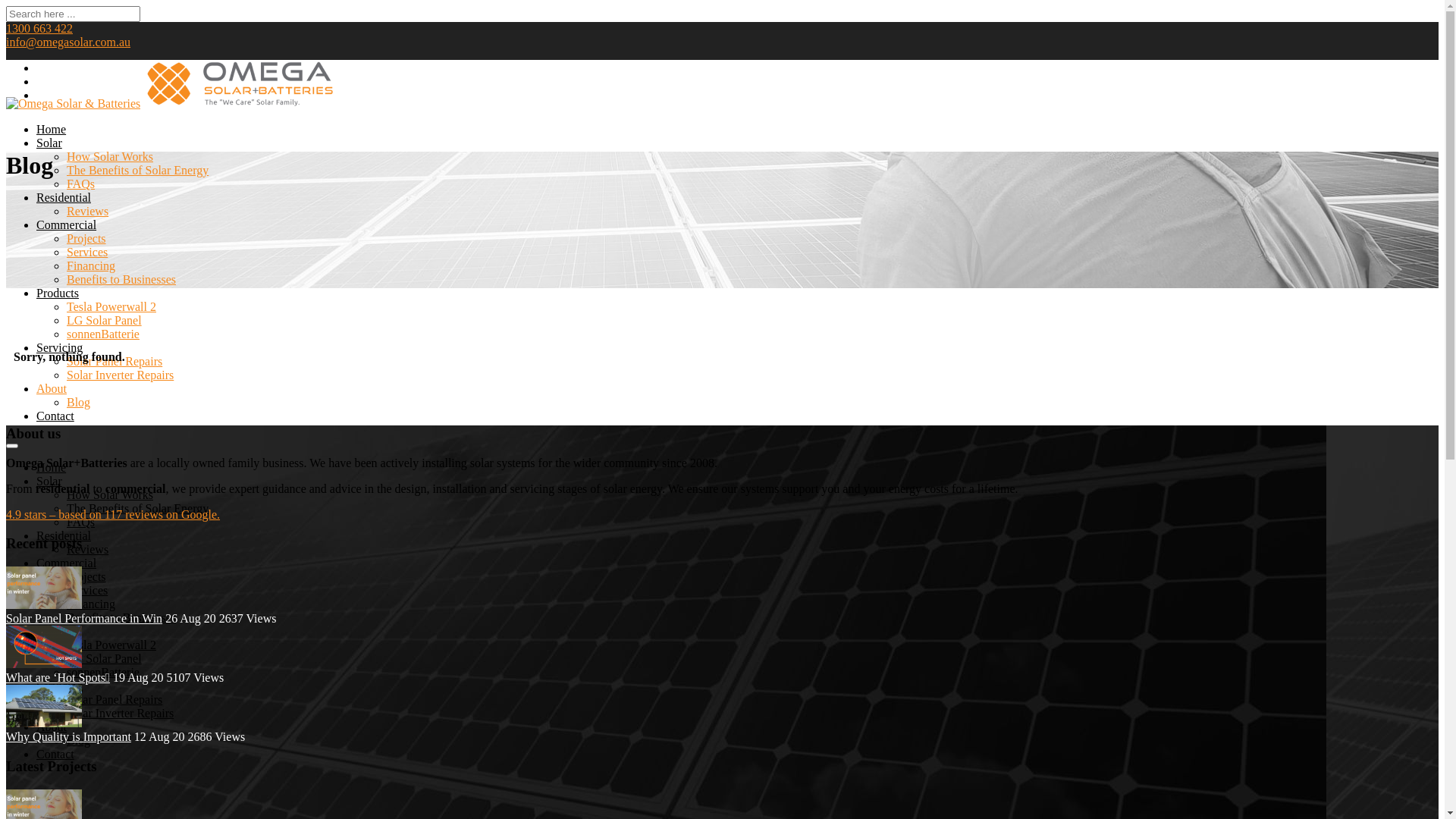 The image size is (1456, 819). Describe the element at coordinates (90, 603) in the screenshot. I see `'Financing'` at that location.